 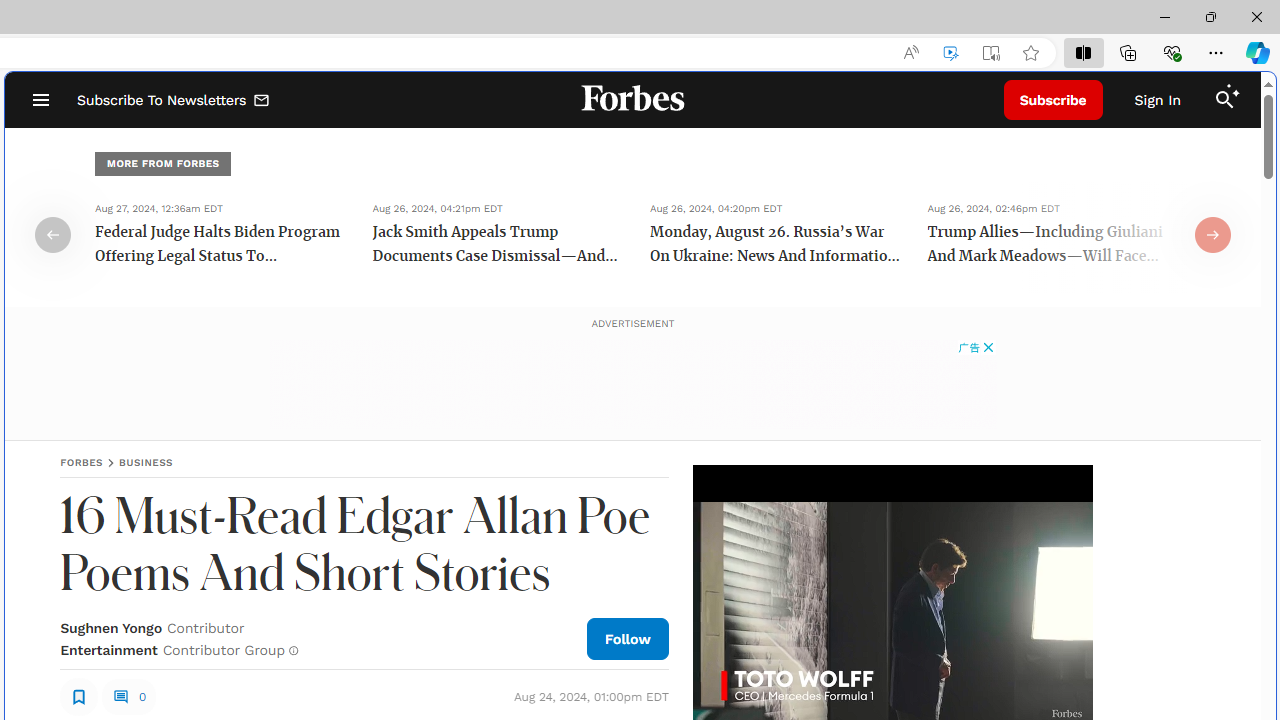 What do you see at coordinates (1211, 233) in the screenshot?
I see `'Class: fs-icon fs-icon--arrow-right'` at bounding box center [1211, 233].